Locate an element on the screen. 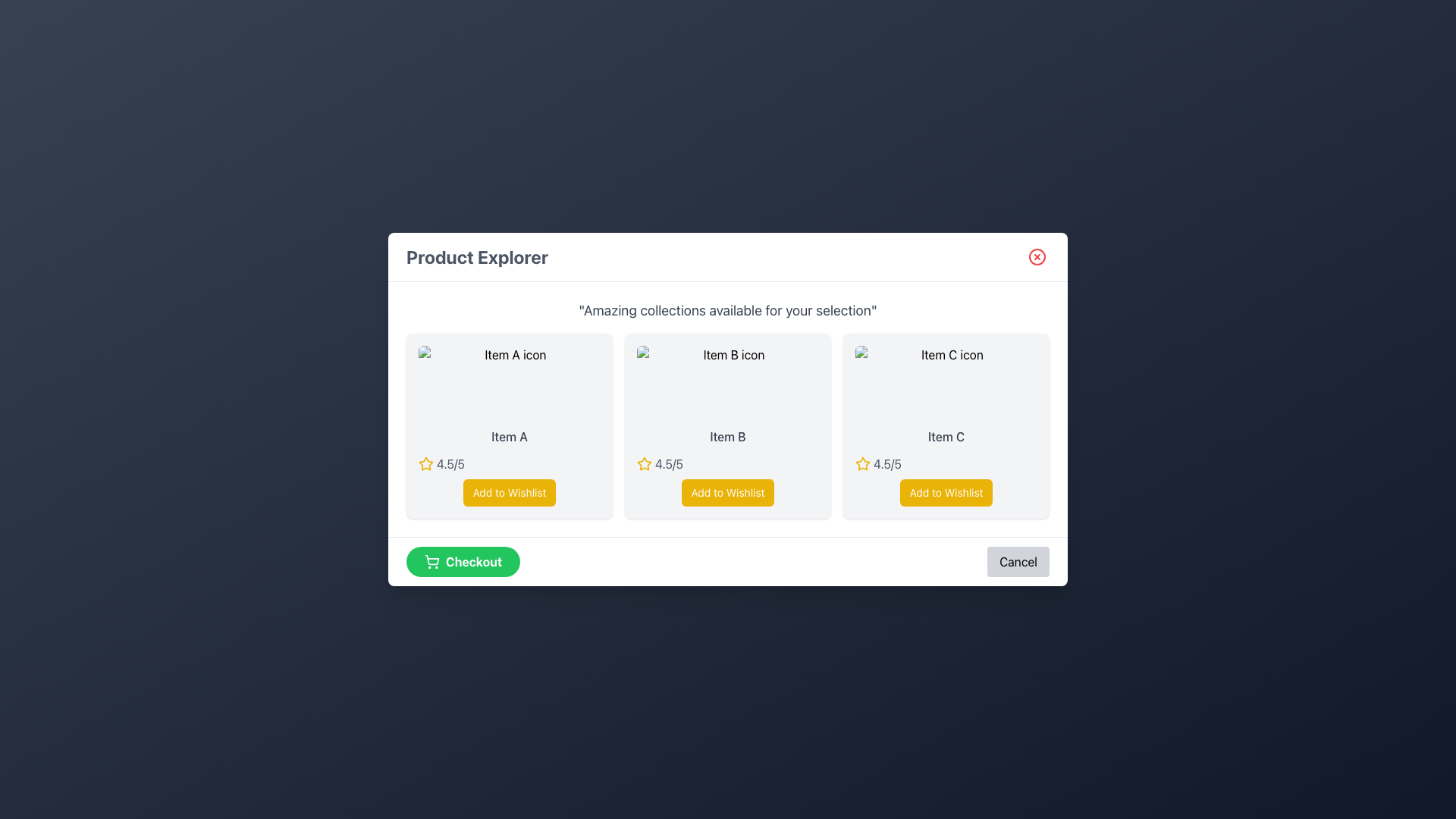 The width and height of the screenshot is (1456, 819). the rating label displaying '4.5/5', which is located to the right of the star icon and below the 'Item A' title in the first column of the items grid is located at coordinates (450, 463).